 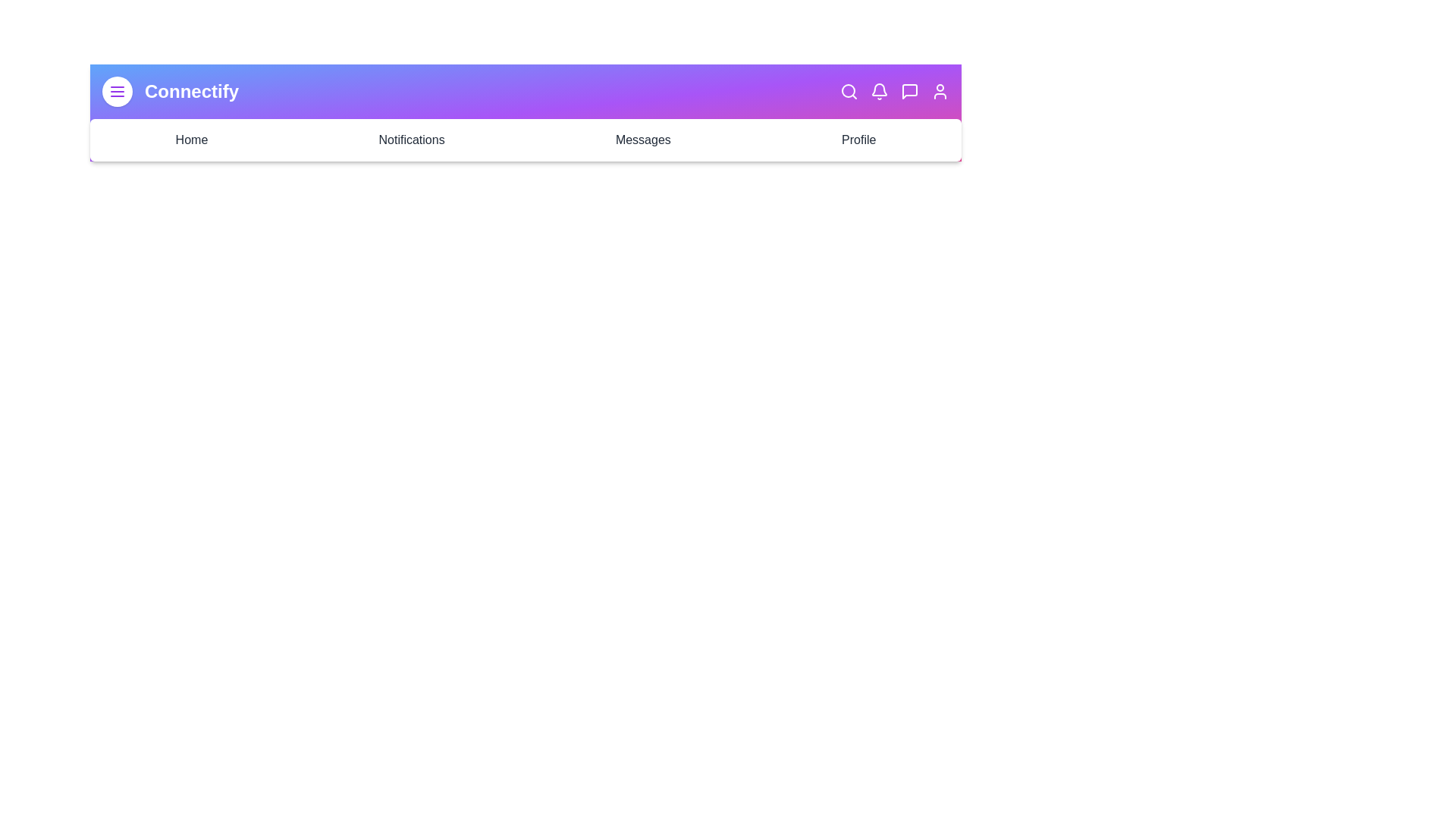 What do you see at coordinates (412, 140) in the screenshot?
I see `the menu item labeled Notifications to navigate to the corresponding section` at bounding box center [412, 140].